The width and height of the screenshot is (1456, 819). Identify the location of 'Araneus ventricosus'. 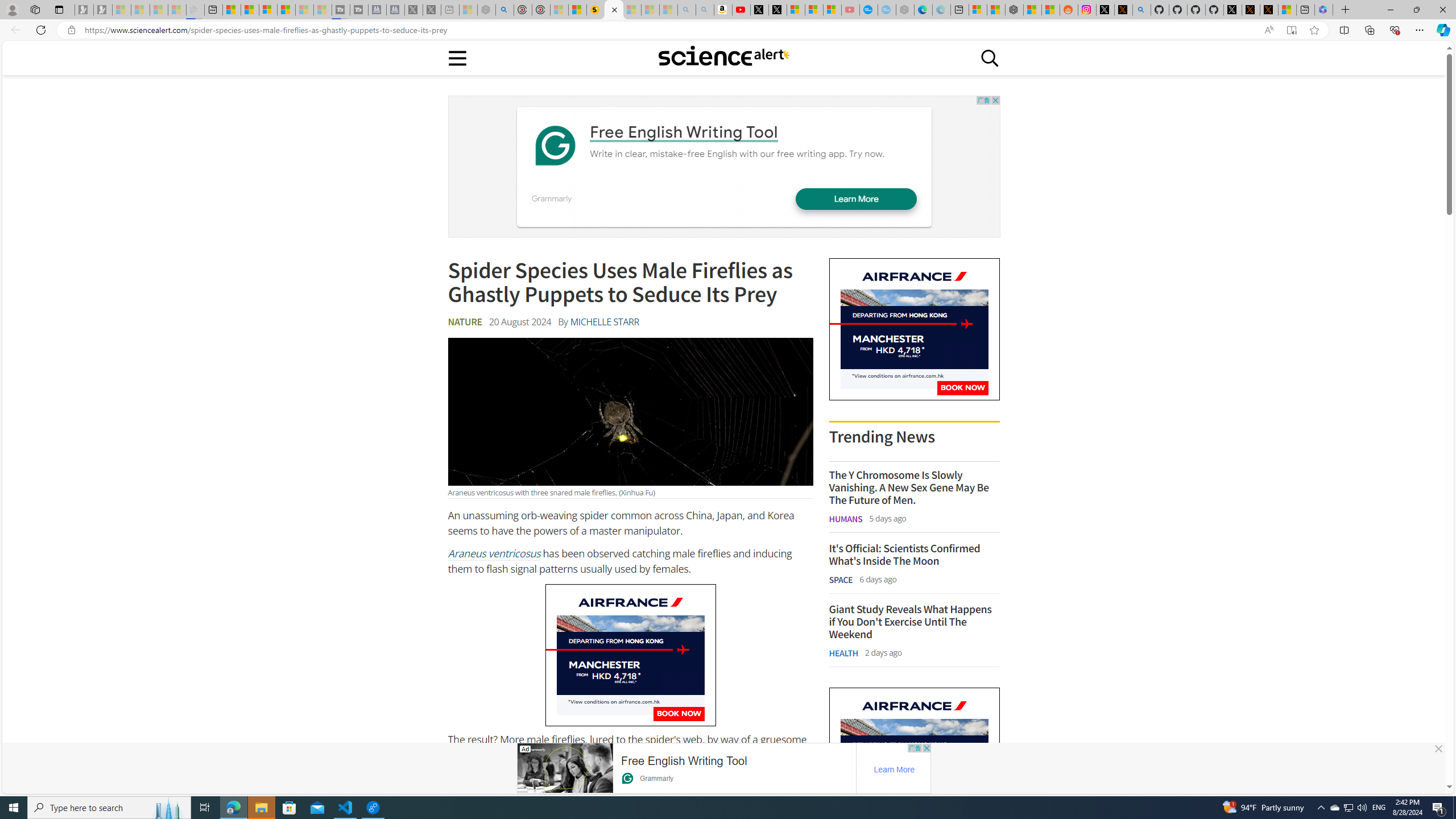
(493, 553).